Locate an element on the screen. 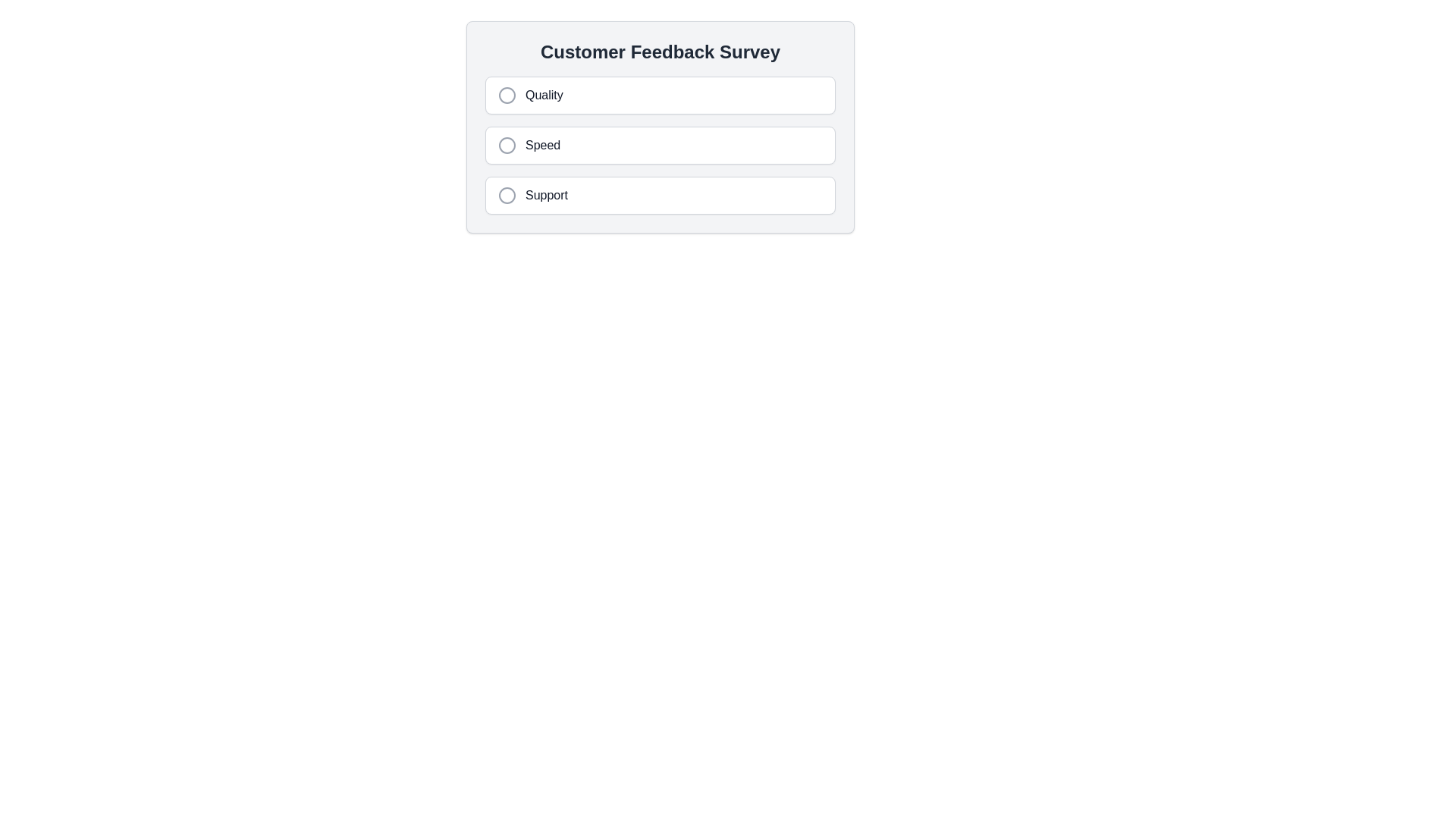 This screenshot has height=819, width=1456. the circular radio button for the 'Speed' option in the survey form is located at coordinates (507, 146).